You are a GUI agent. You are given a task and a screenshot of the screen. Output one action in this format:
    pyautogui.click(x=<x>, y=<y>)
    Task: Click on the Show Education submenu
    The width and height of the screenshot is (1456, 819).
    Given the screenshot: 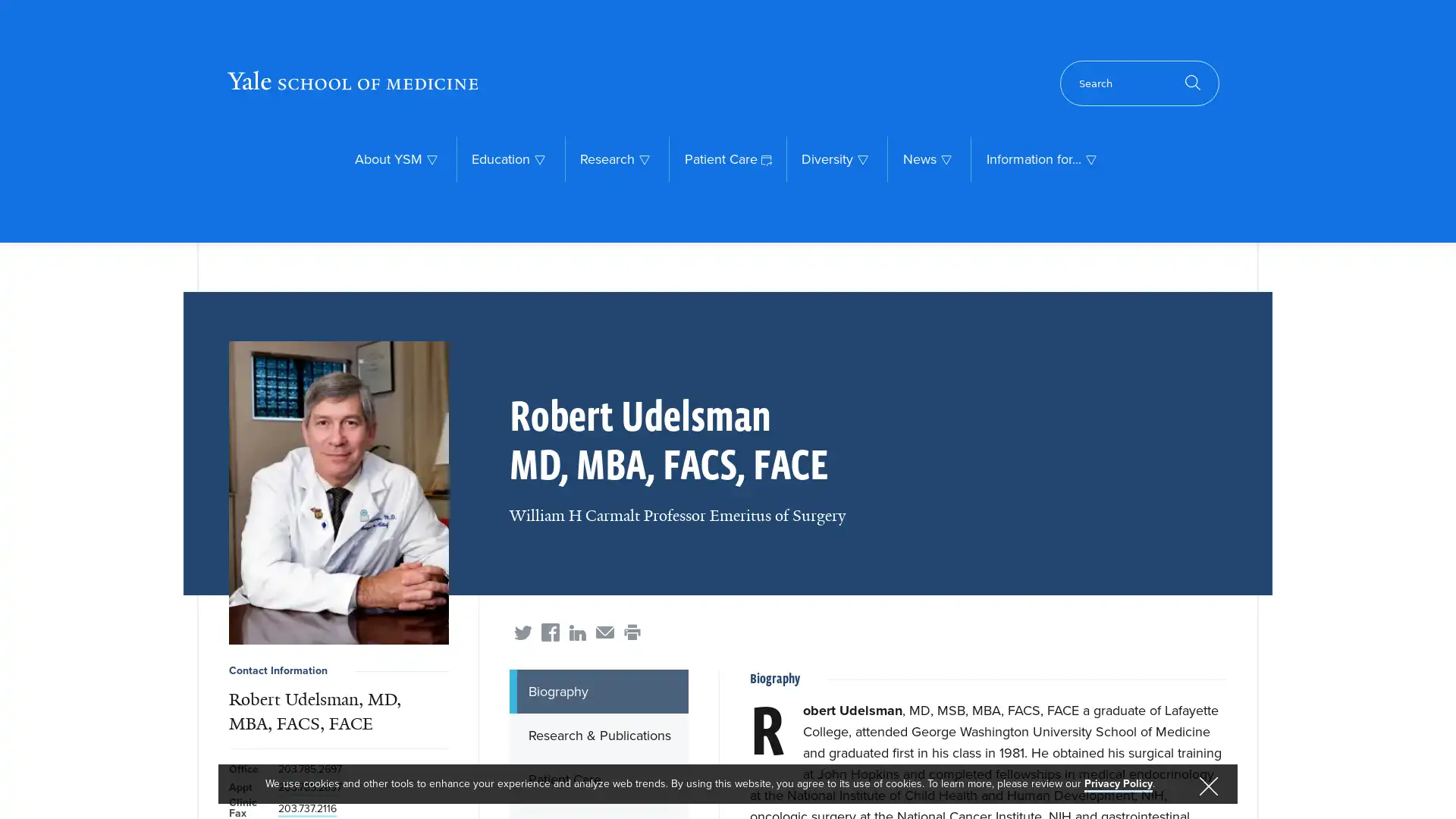 What is the action you would take?
    pyautogui.click(x=539, y=158)
    